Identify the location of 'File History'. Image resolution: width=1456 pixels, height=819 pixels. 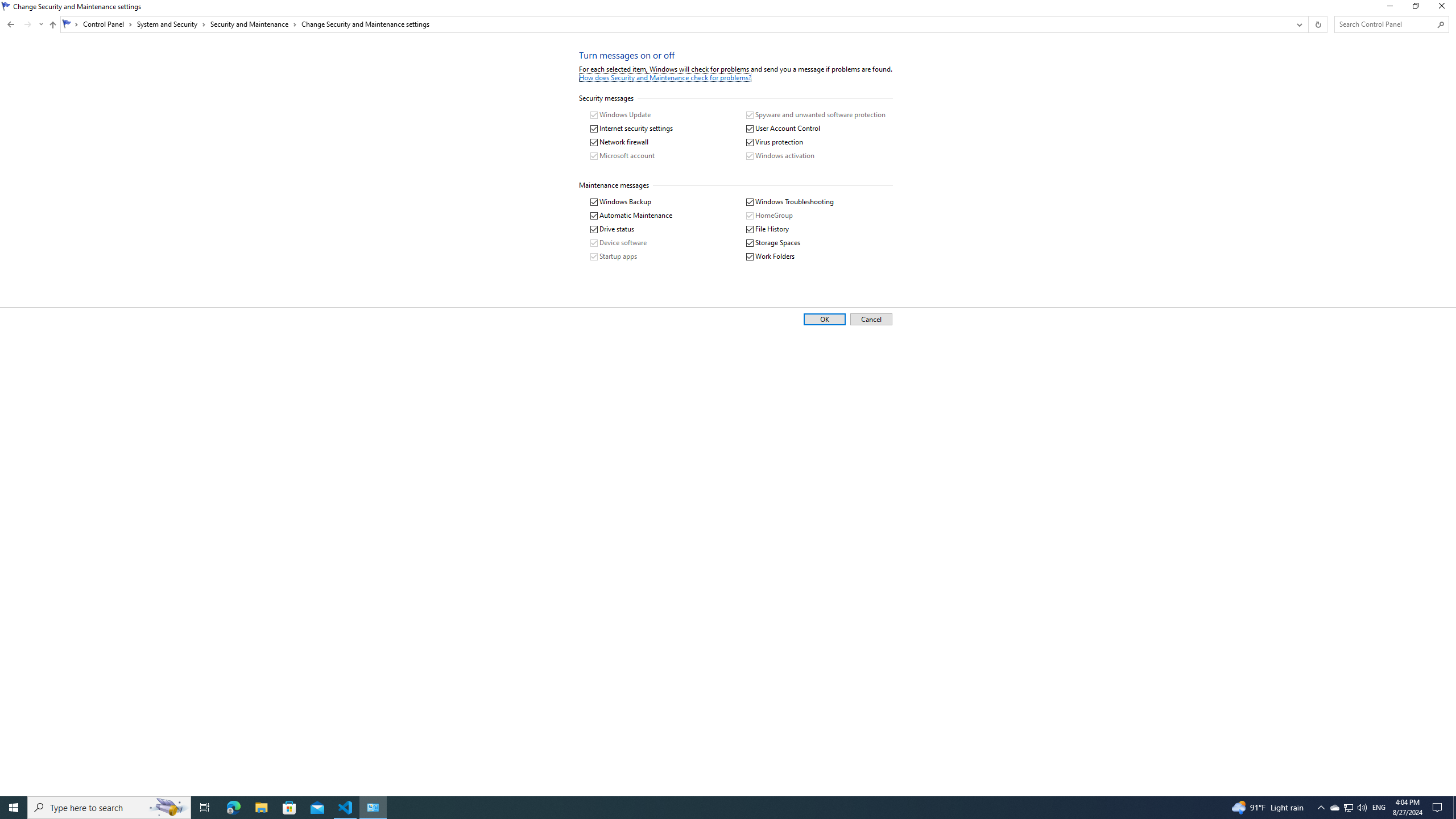
(767, 229).